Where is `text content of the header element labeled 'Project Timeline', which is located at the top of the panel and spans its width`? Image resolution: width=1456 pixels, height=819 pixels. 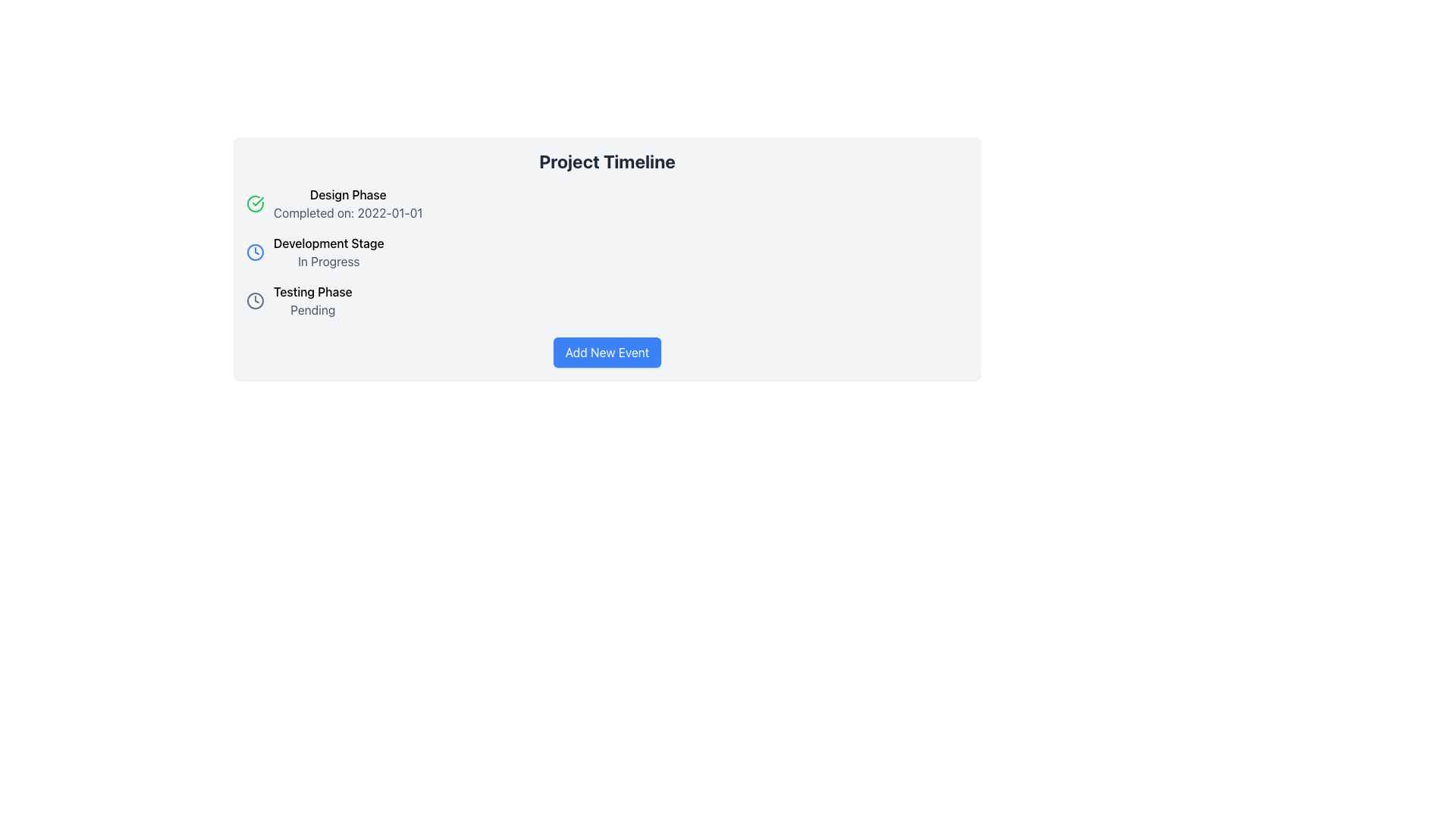
text content of the header element labeled 'Project Timeline', which is located at the top of the panel and spans its width is located at coordinates (607, 161).